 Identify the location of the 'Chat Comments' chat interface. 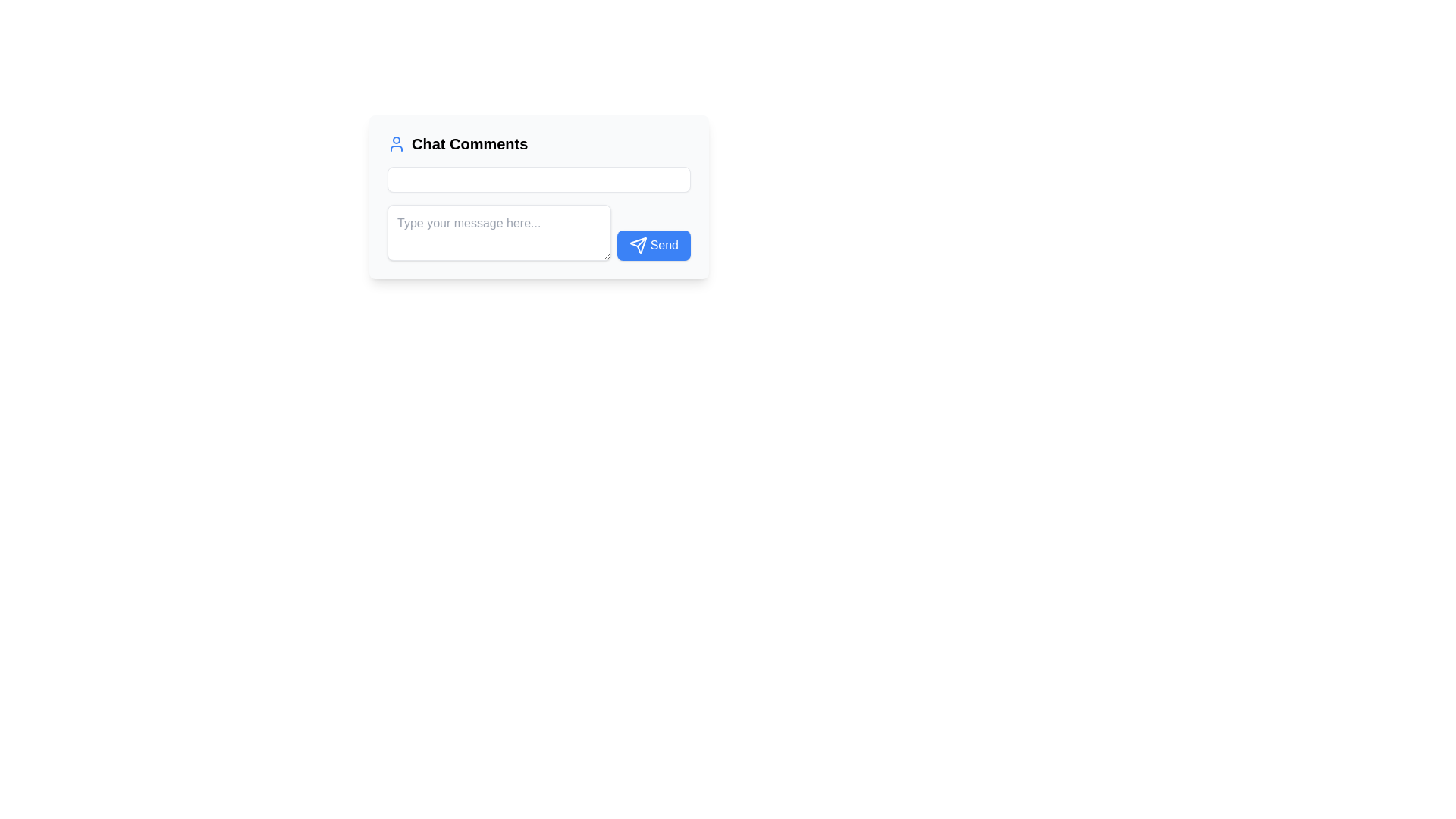
(538, 196).